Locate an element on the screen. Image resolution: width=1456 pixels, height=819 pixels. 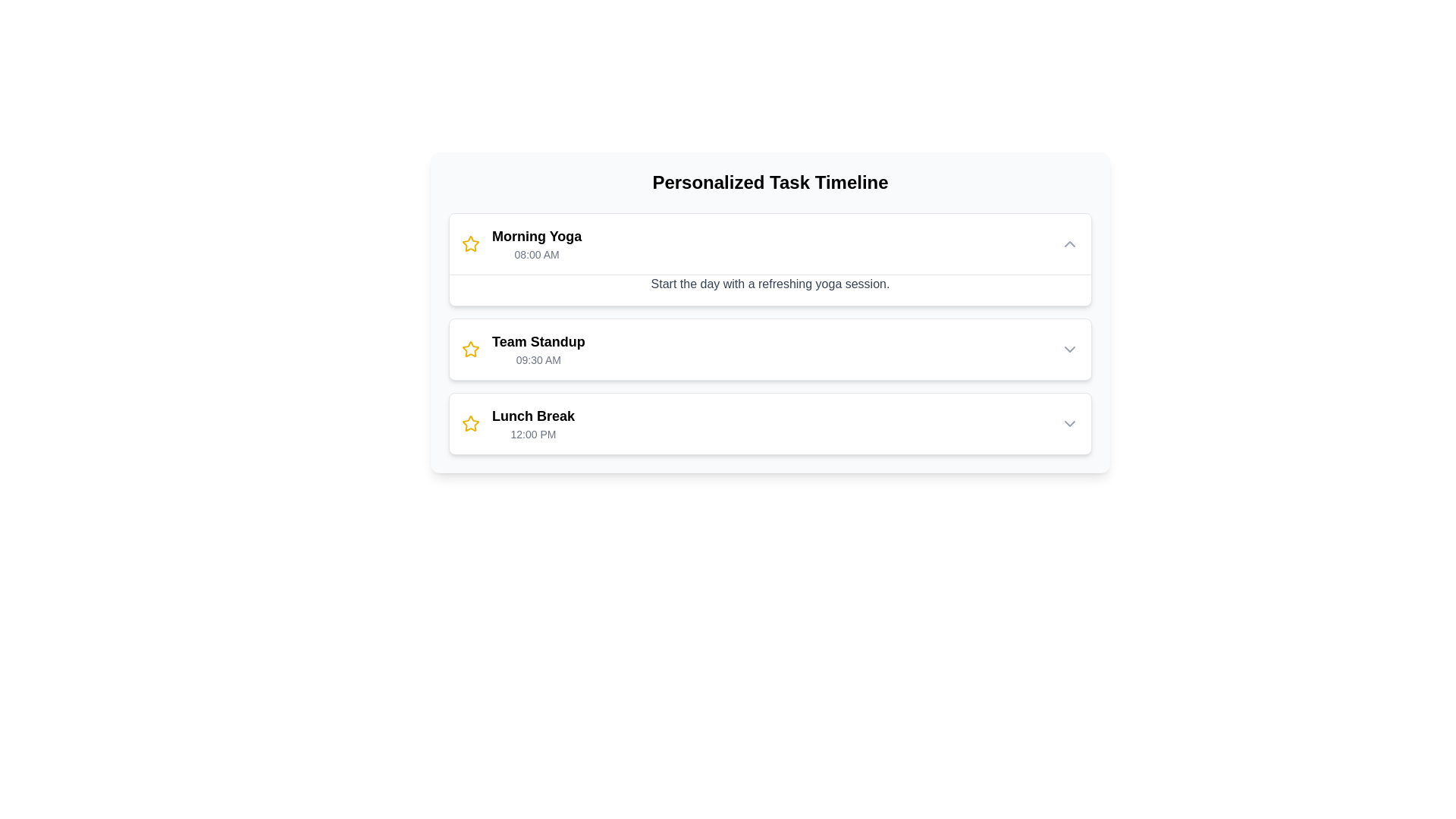
the 'Team Standup' text label with a timestamp is located at coordinates (538, 350).